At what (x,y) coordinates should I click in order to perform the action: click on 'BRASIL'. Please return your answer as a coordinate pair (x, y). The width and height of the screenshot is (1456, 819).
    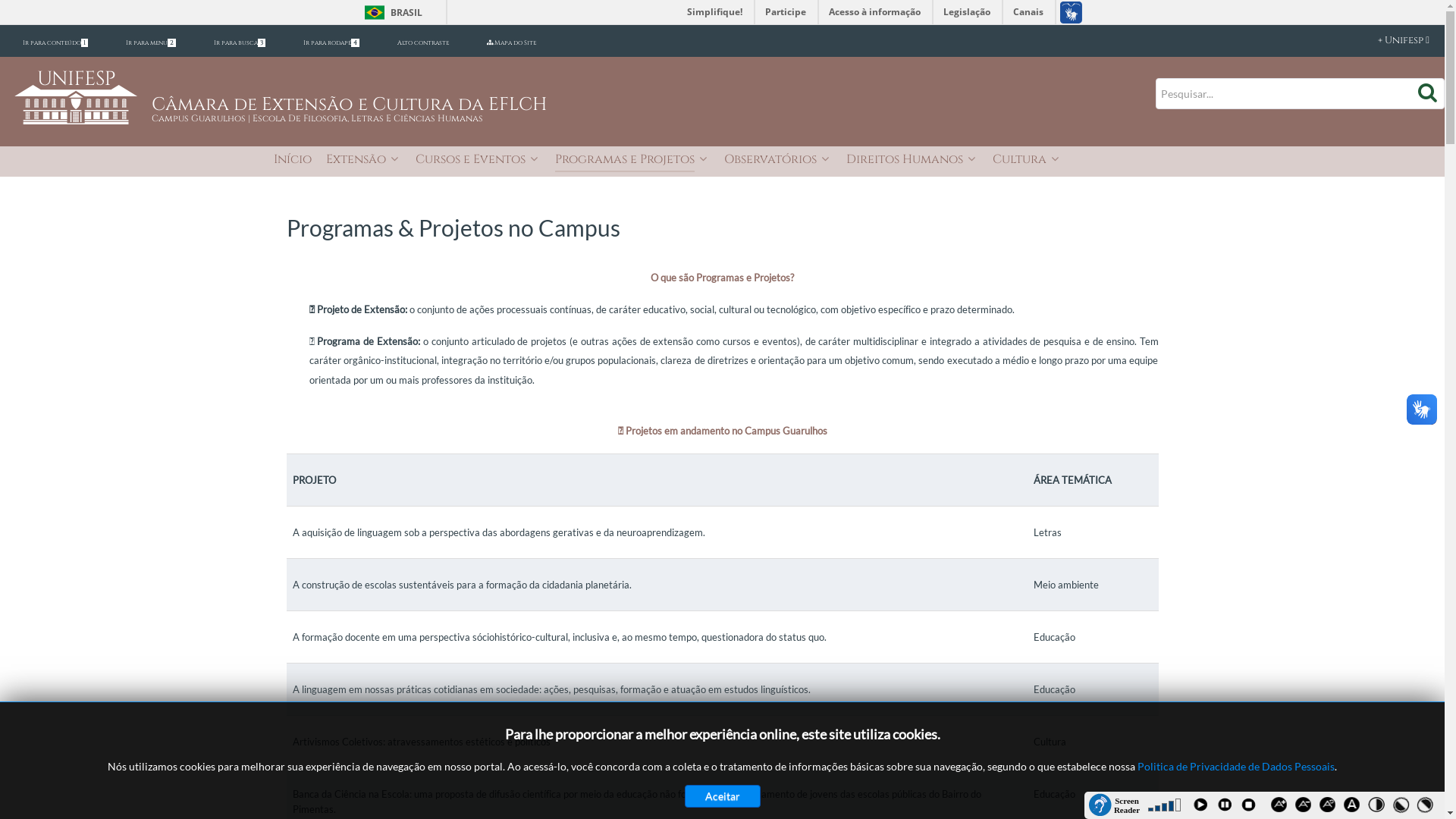
    Looking at the image, I should click on (390, 12).